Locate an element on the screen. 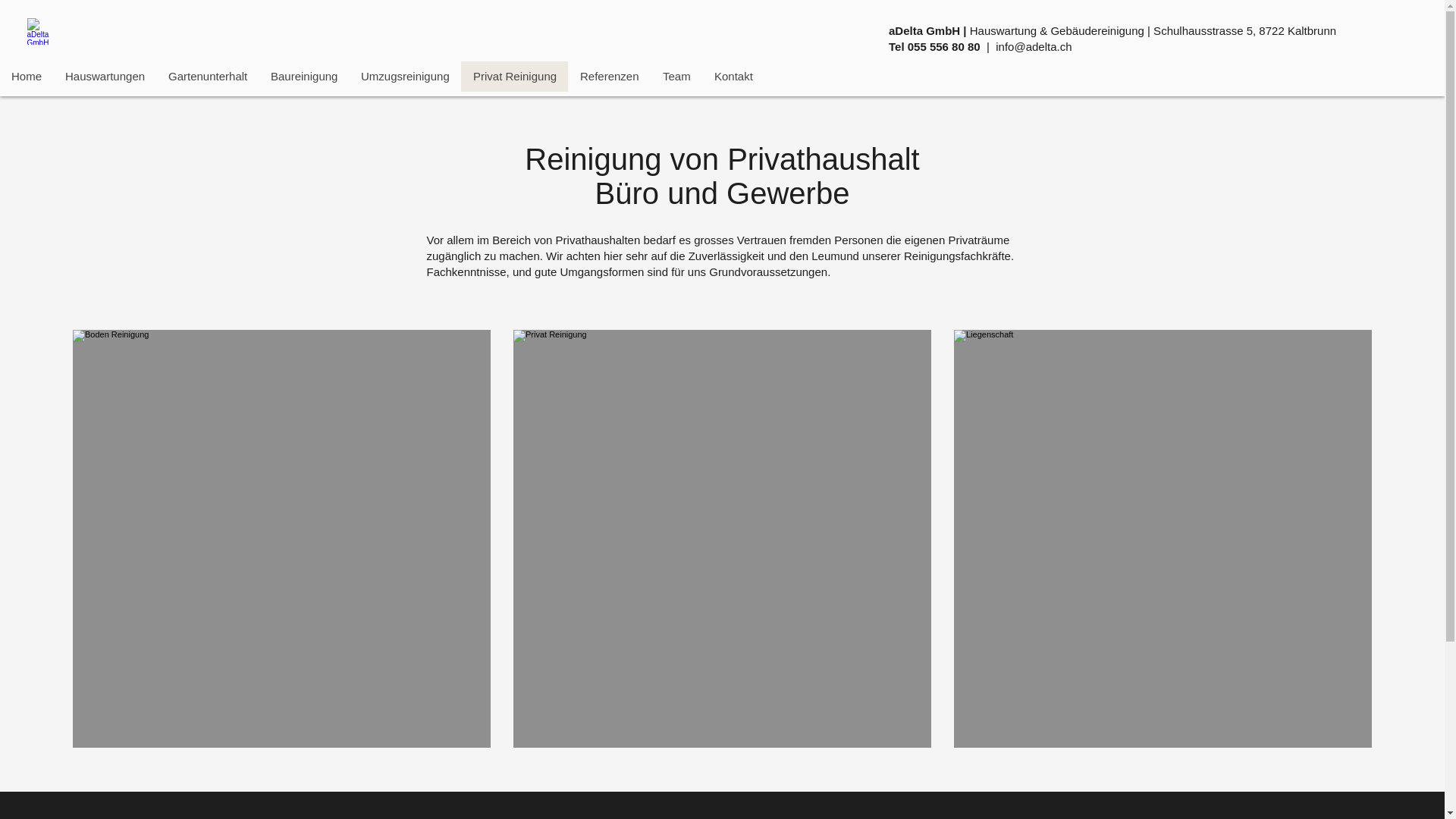  'Gartenunterhalt' is located at coordinates (206, 76).